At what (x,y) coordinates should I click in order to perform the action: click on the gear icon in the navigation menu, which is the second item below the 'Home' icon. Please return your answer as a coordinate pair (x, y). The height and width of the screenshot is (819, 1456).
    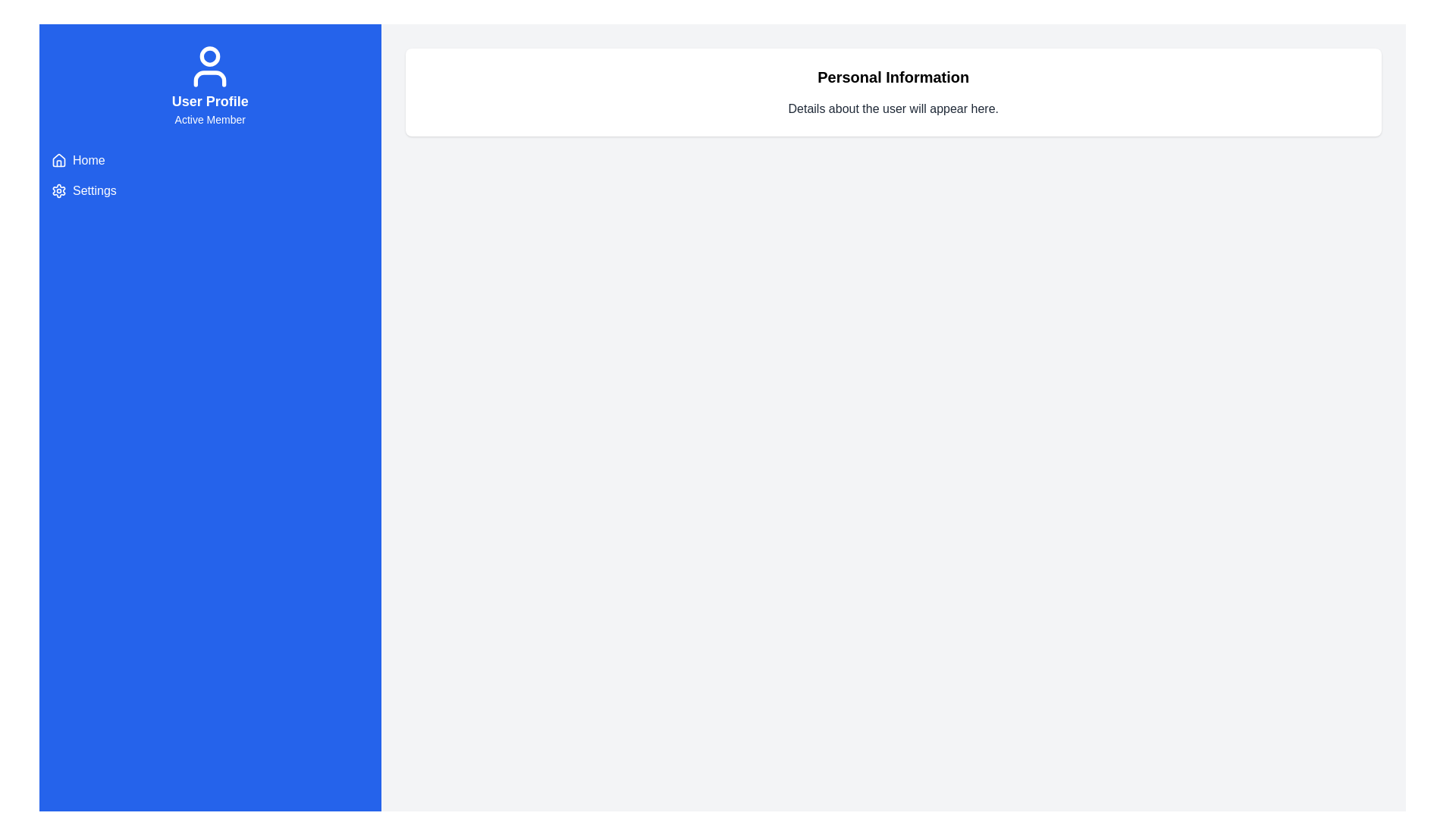
    Looking at the image, I should click on (58, 190).